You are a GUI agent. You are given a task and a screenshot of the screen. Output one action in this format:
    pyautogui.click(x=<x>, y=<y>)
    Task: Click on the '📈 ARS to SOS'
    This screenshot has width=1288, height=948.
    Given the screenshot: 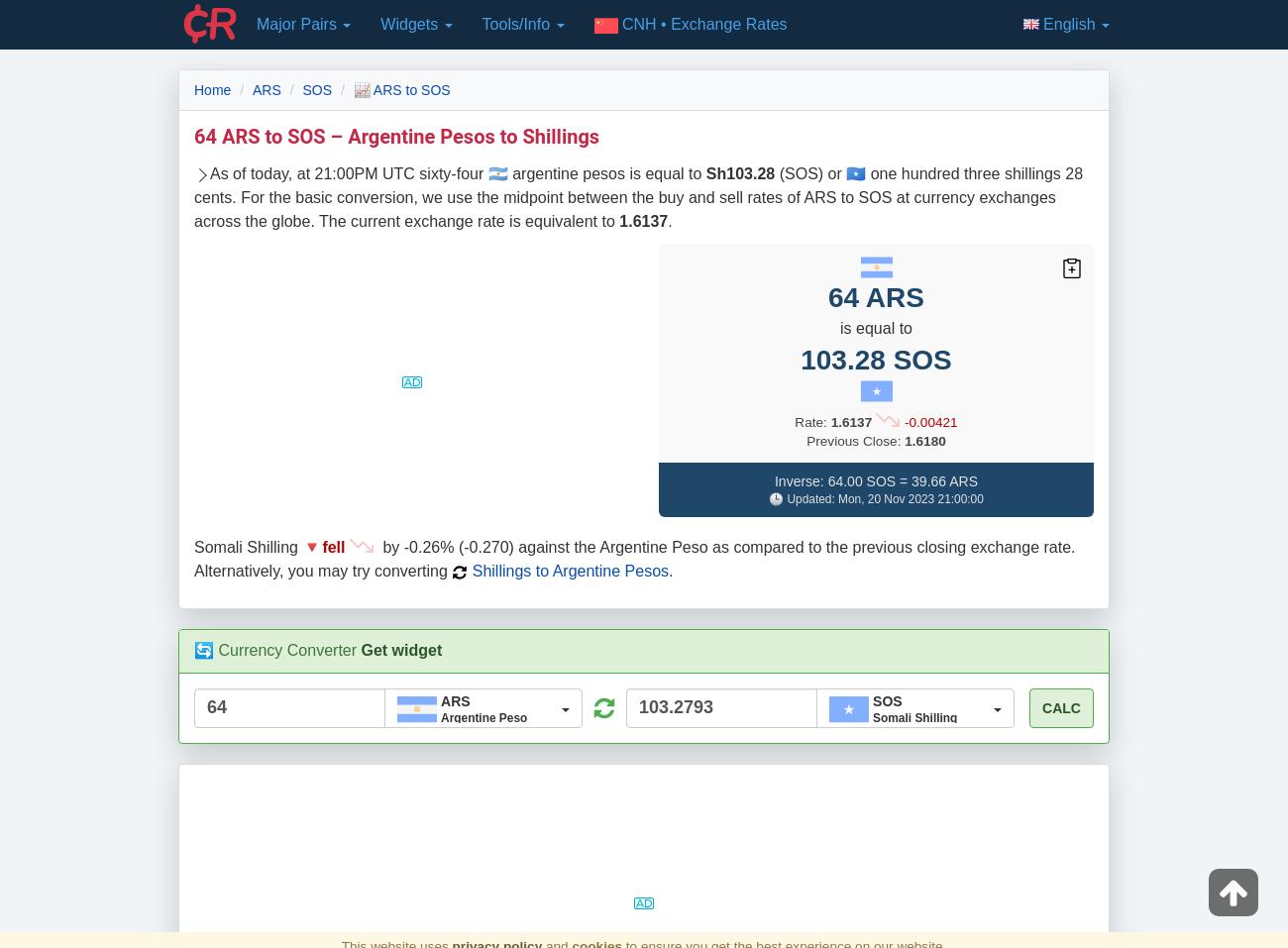 What is the action you would take?
    pyautogui.click(x=400, y=89)
    